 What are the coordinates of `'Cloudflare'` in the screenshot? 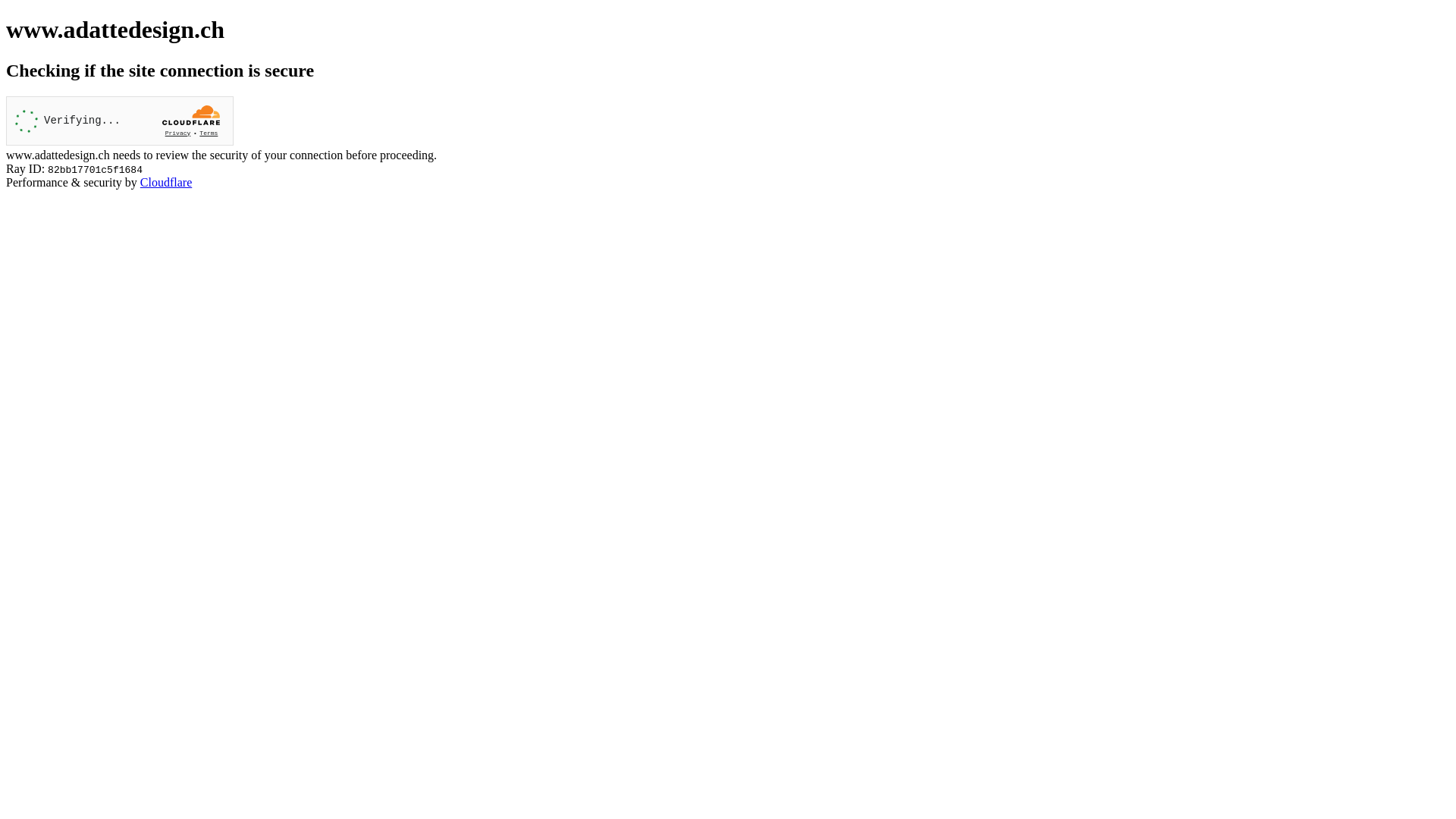 It's located at (140, 181).